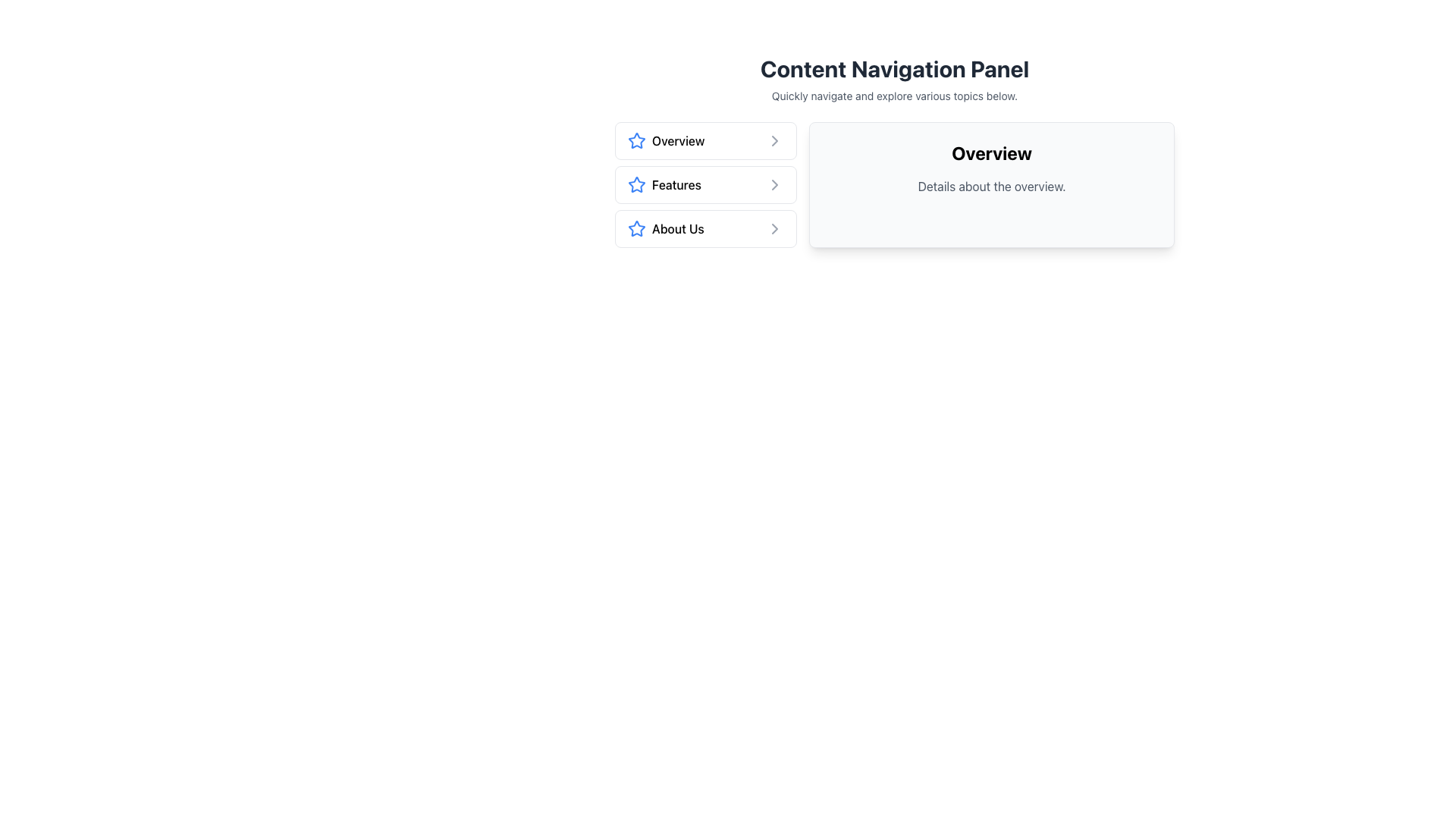 The image size is (1456, 819). What do you see at coordinates (775, 140) in the screenshot?
I see `the right-pointing chevron icon located in the Overview section of the content navigation panel, which is styled in light gray and follows modern minimalistic patterns` at bounding box center [775, 140].